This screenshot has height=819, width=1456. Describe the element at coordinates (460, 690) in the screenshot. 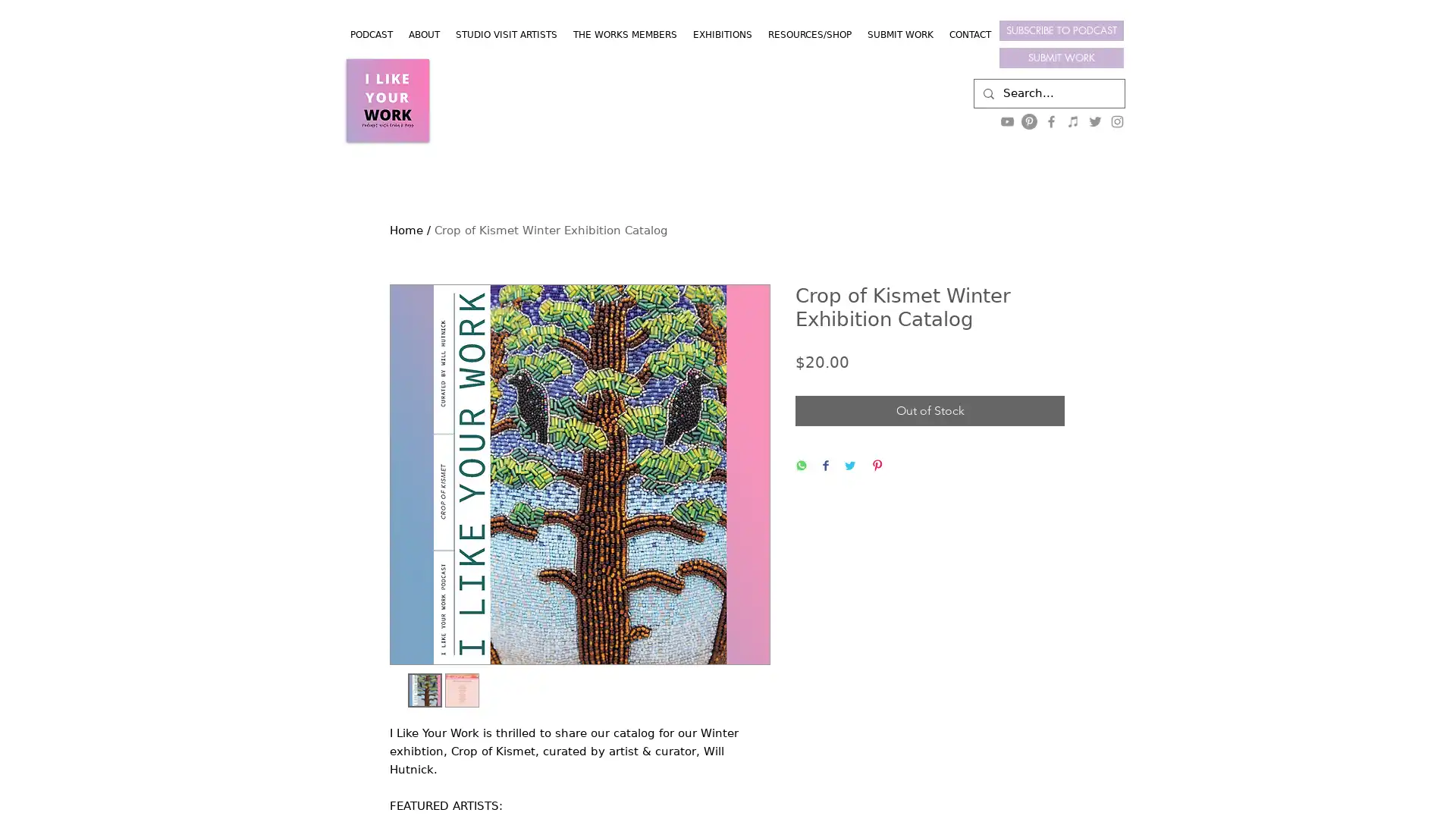

I see `Thumbnail: Crop of Kismet Winter Exhibition Catalog` at that location.